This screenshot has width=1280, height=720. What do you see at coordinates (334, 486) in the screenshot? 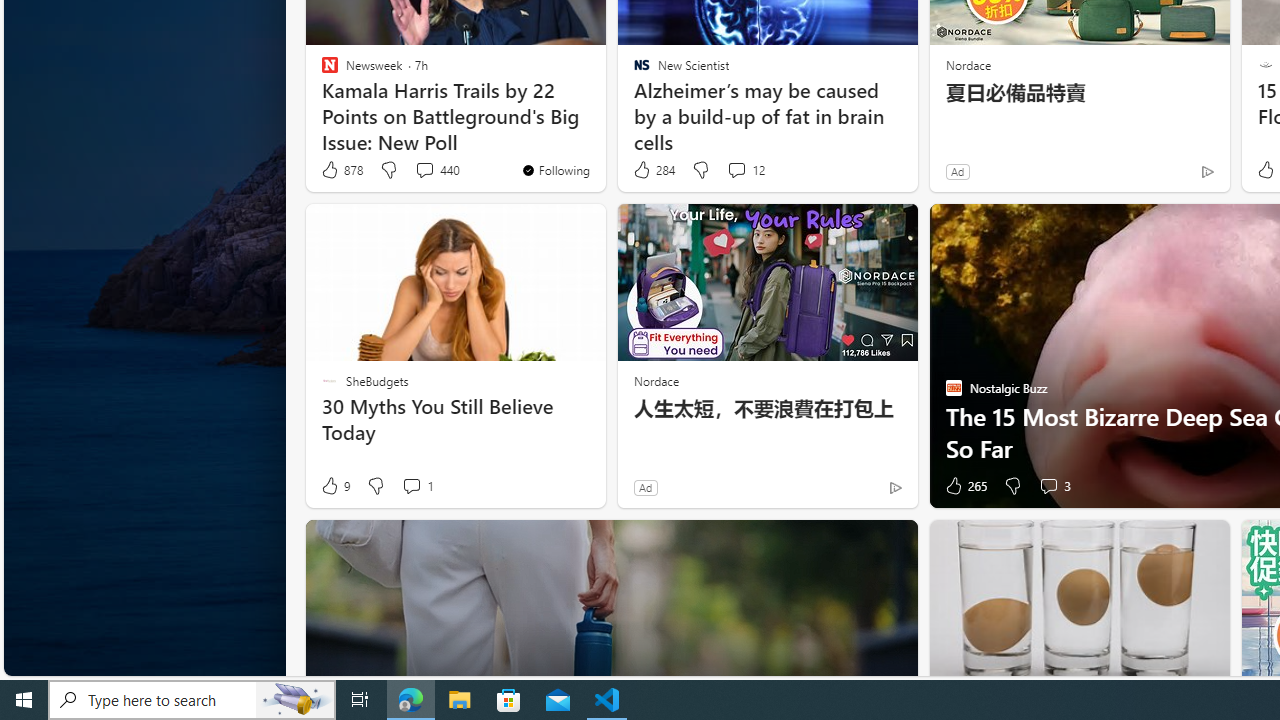
I see `'9 Like'` at bounding box center [334, 486].